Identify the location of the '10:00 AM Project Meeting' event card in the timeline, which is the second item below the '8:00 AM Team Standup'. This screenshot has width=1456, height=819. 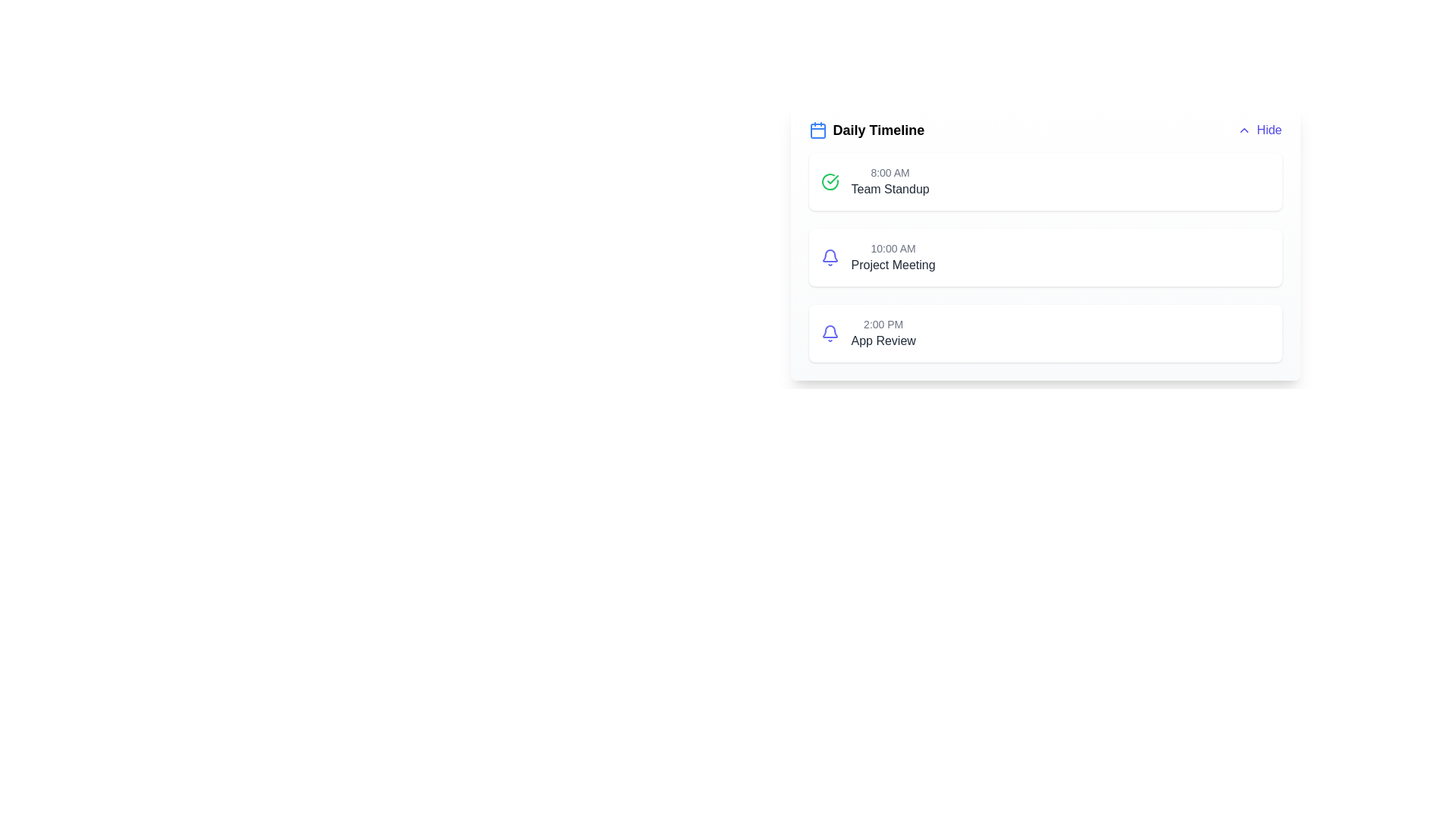
(1044, 236).